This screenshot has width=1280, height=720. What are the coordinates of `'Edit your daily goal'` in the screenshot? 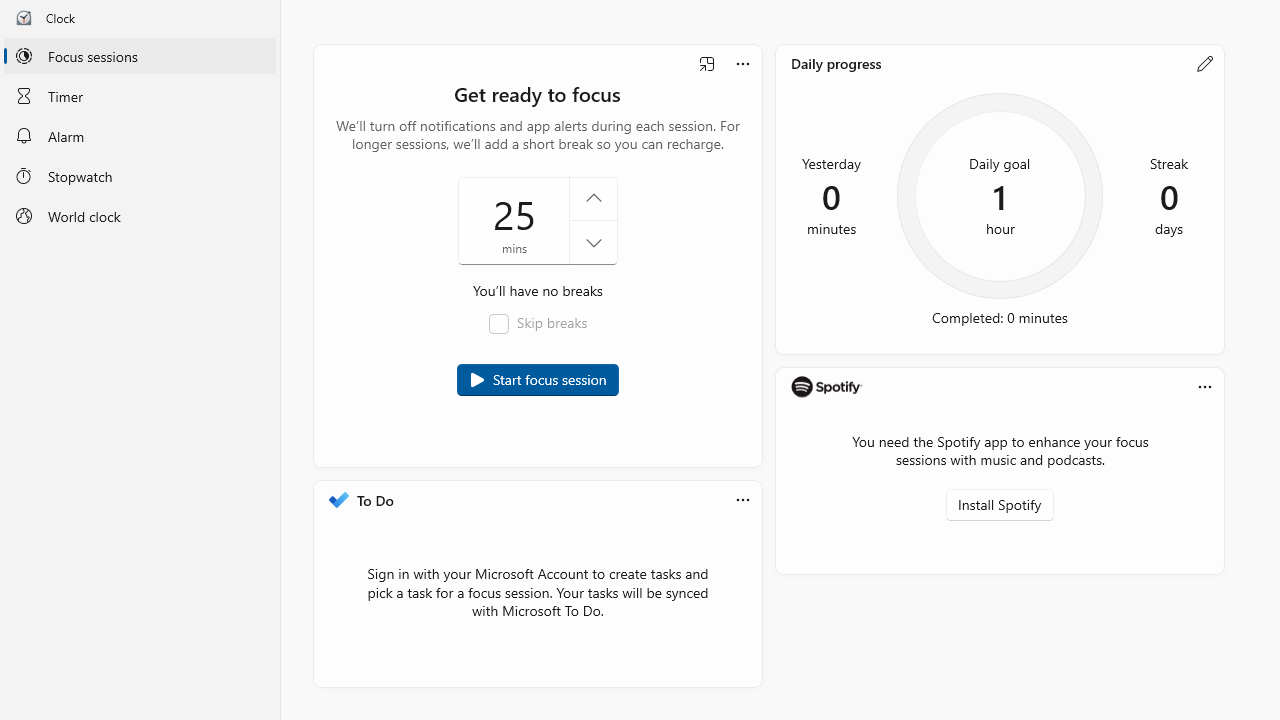 It's located at (1204, 63).